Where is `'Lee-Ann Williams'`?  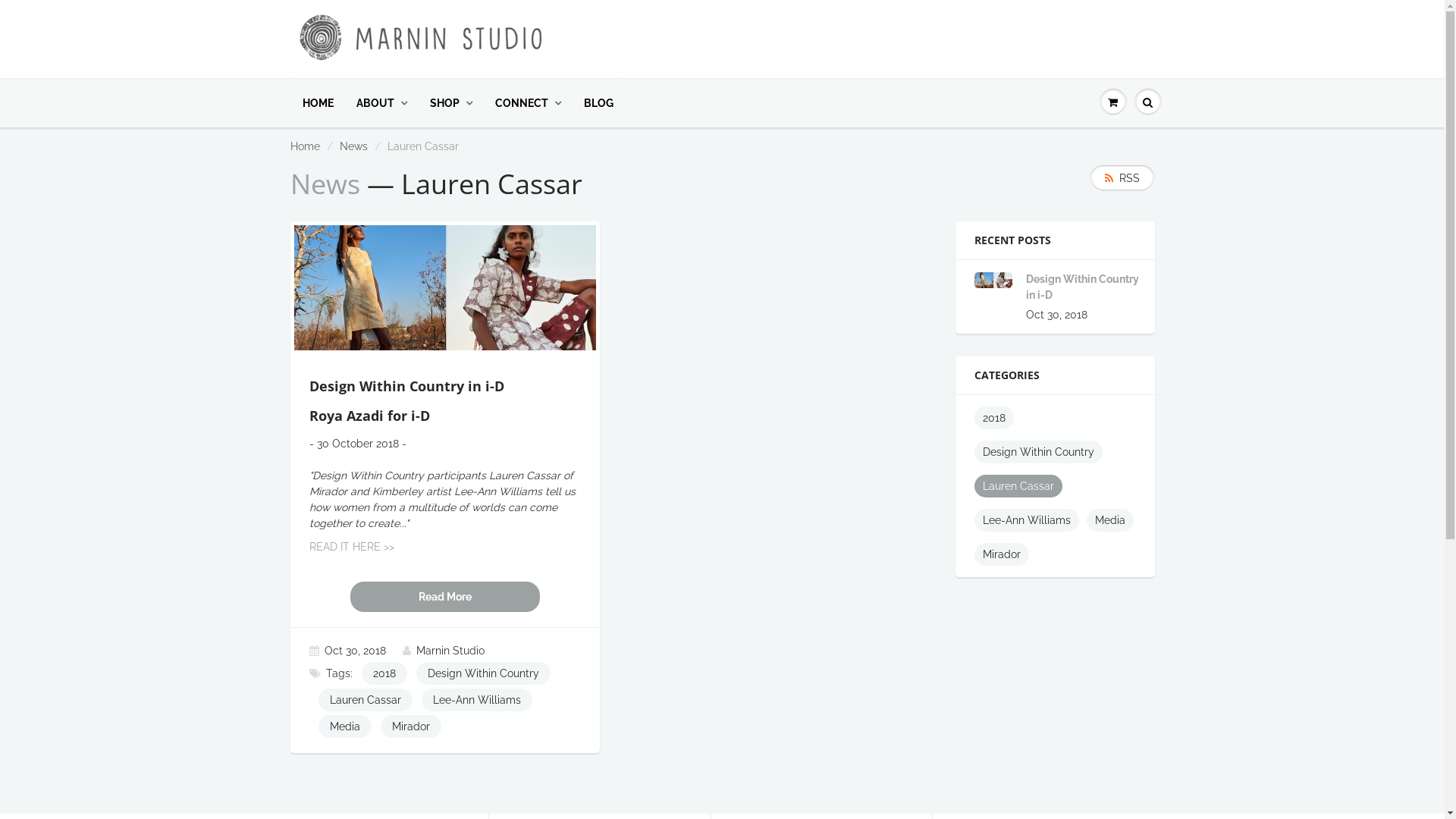
'Lee-Ann Williams' is located at coordinates (974, 519).